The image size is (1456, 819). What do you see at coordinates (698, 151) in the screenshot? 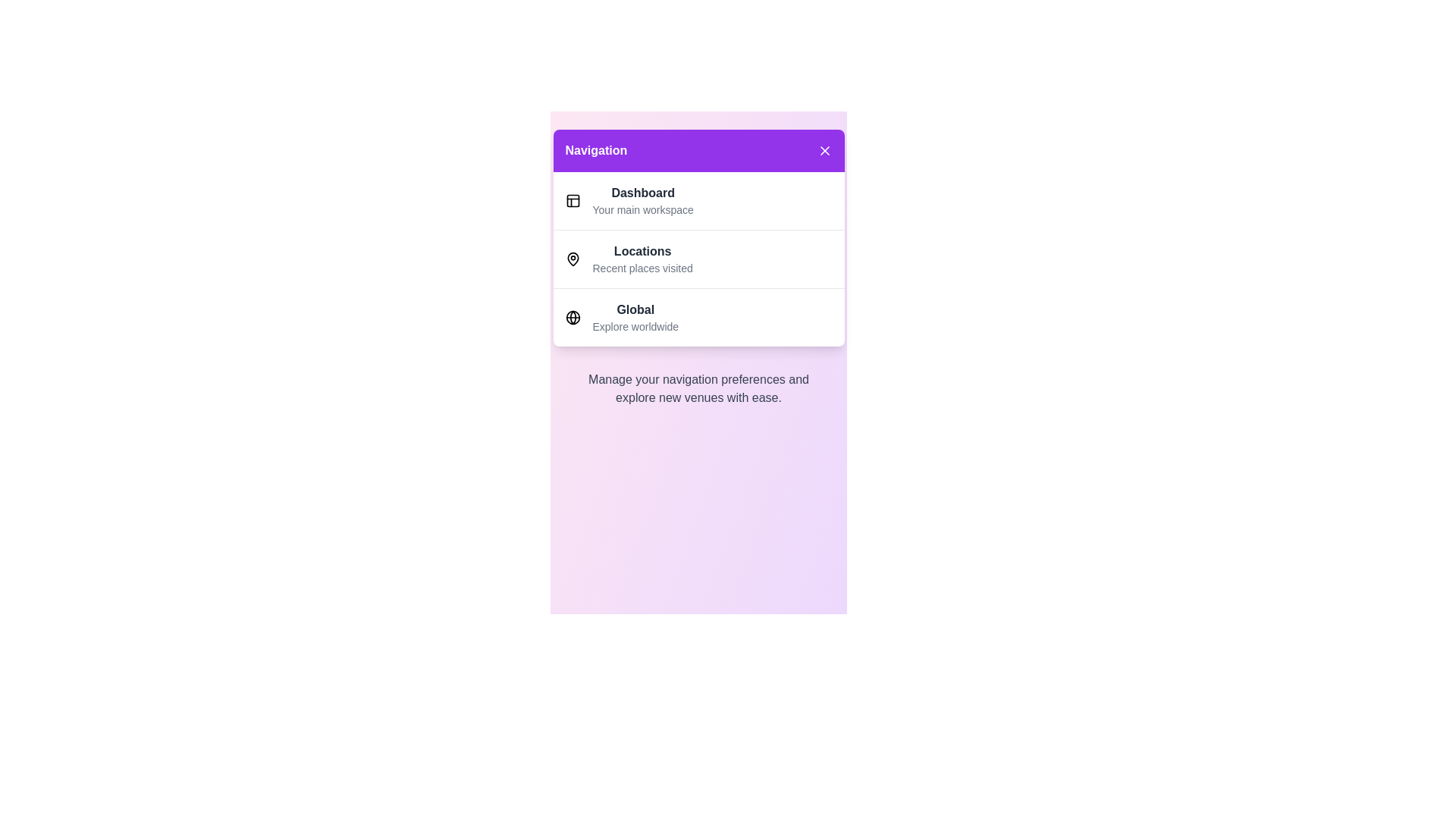
I see `toggle button at the top of the navigation menu to close it` at bounding box center [698, 151].